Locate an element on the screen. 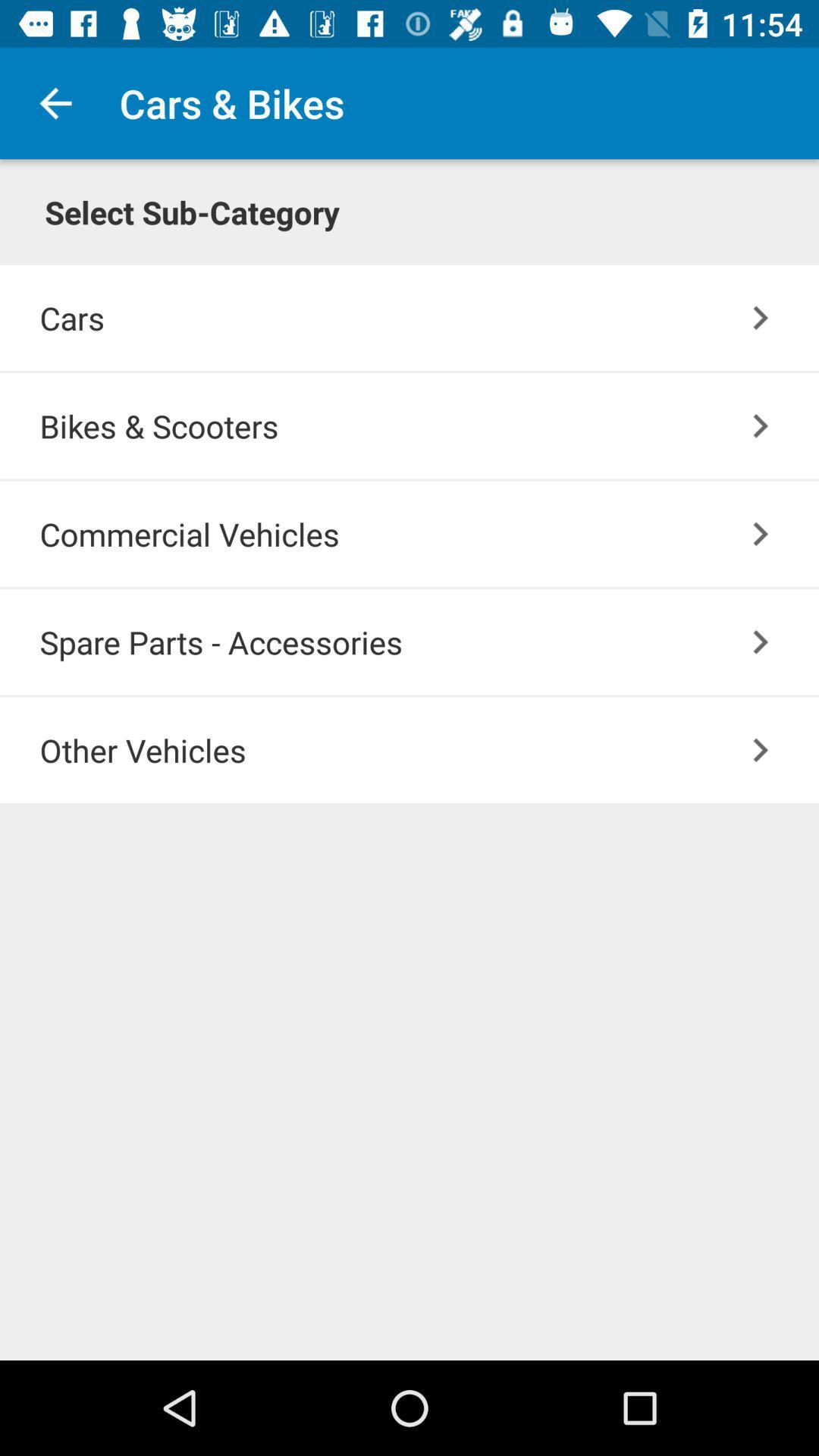 The image size is (819, 1456). commercial vehicles item is located at coordinates (429, 534).